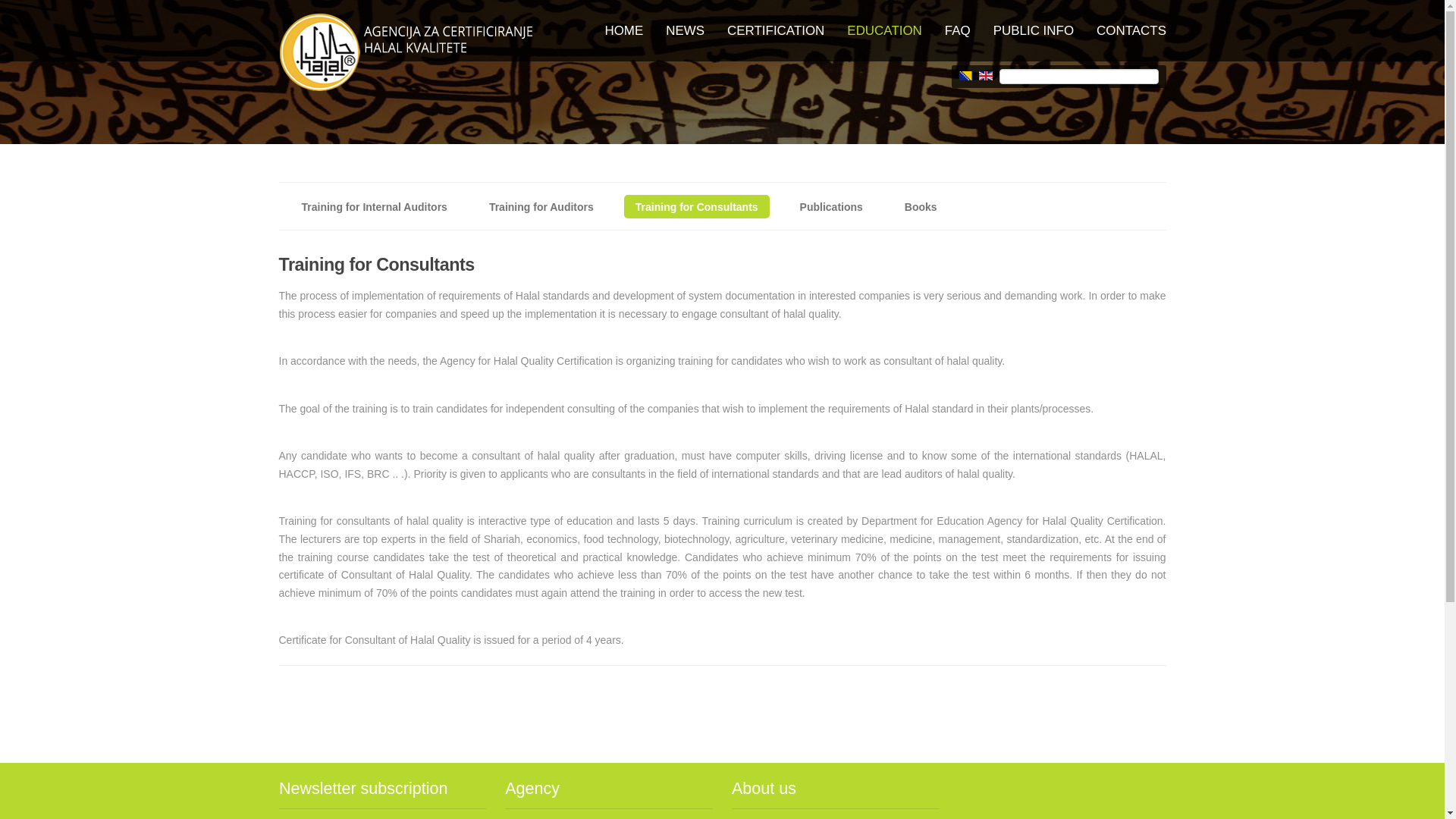 The width and height of the screenshot is (1456, 819). What do you see at coordinates (982, 35) in the screenshot?
I see `'PUBLIC INFO'` at bounding box center [982, 35].